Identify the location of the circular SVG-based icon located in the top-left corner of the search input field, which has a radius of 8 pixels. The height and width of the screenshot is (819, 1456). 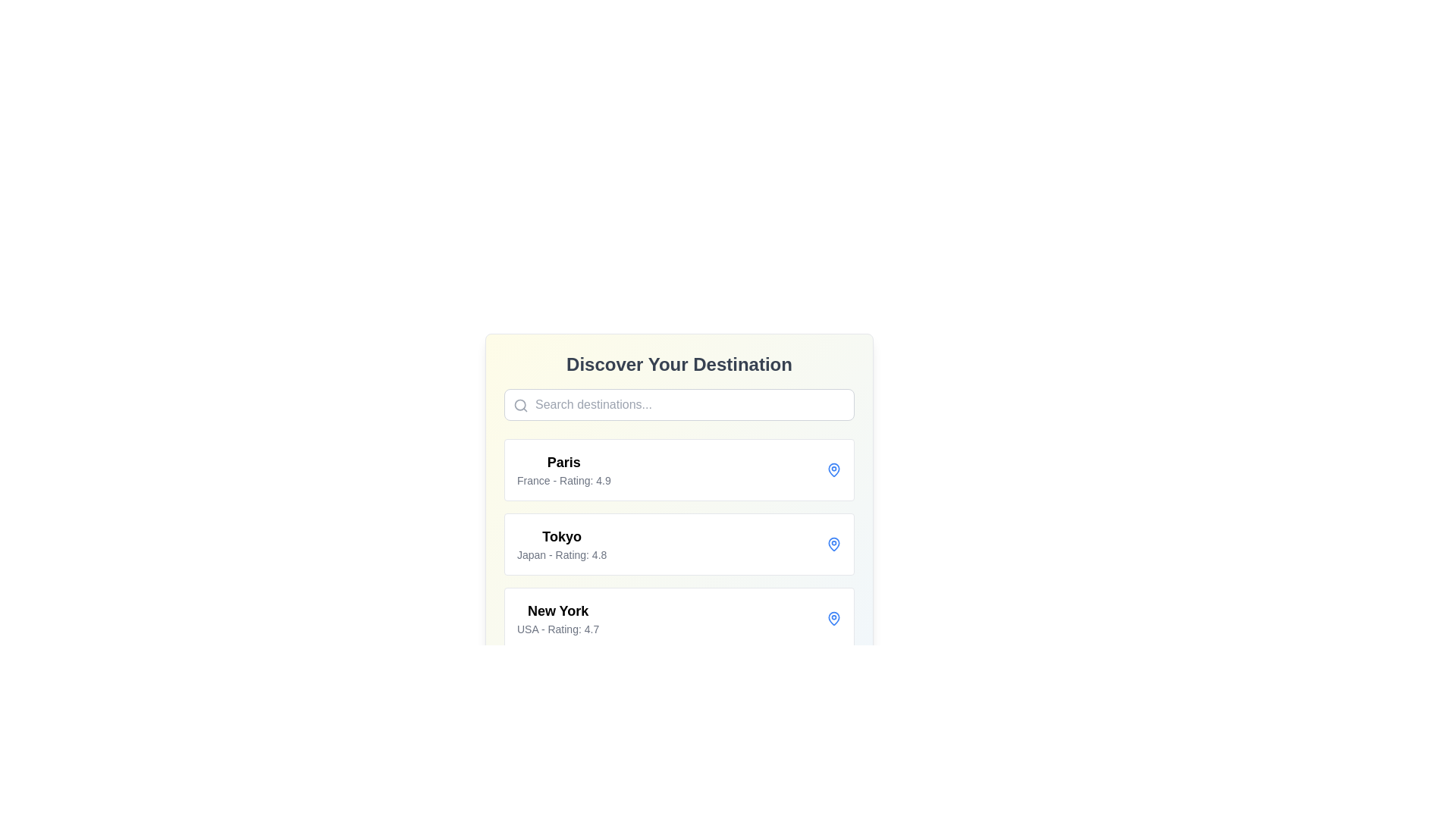
(520, 404).